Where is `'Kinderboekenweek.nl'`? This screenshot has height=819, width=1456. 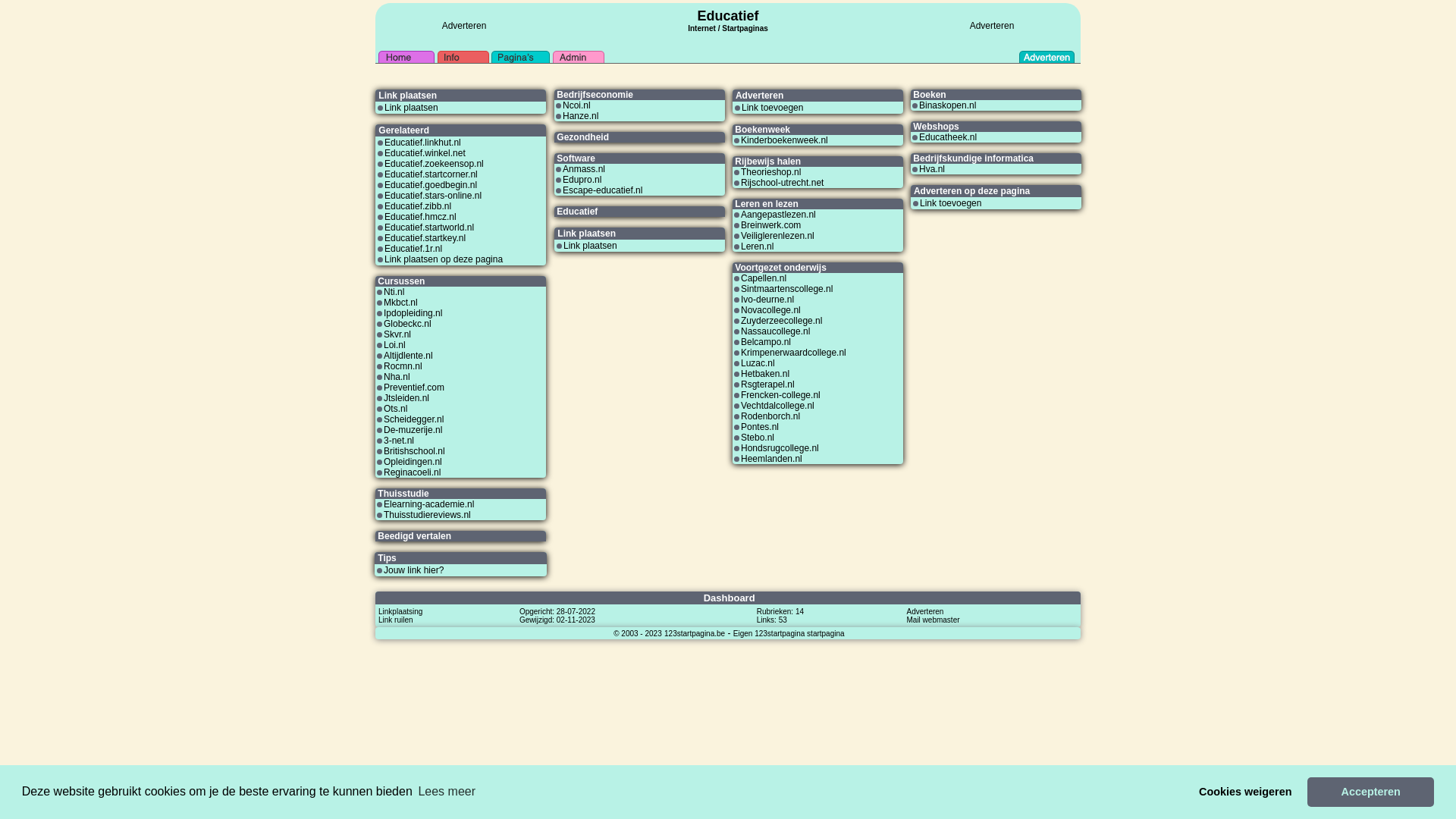
'Kinderboekenweek.nl' is located at coordinates (784, 140).